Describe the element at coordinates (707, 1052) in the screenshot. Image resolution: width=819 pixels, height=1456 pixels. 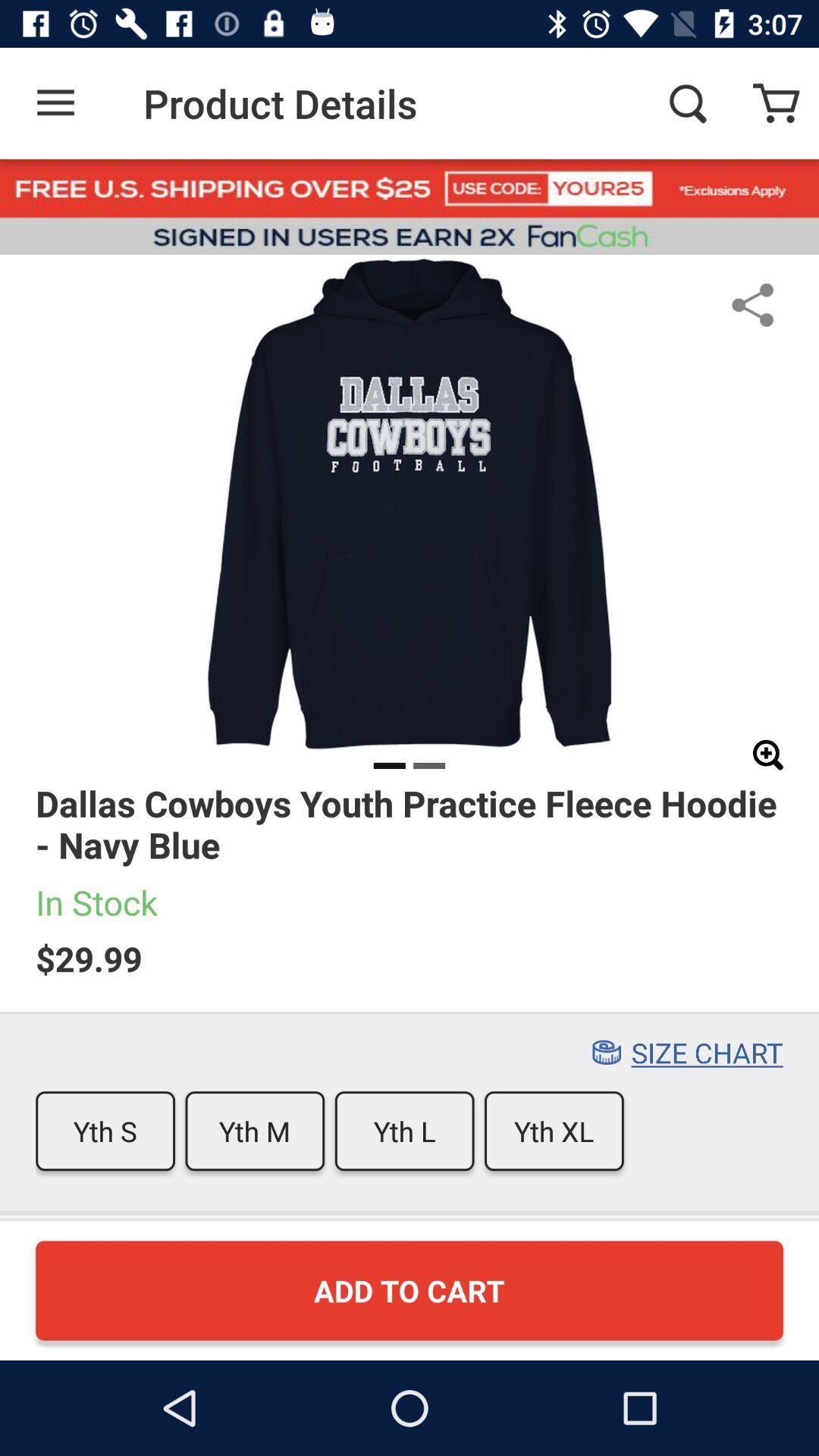
I see `size chart item` at that location.